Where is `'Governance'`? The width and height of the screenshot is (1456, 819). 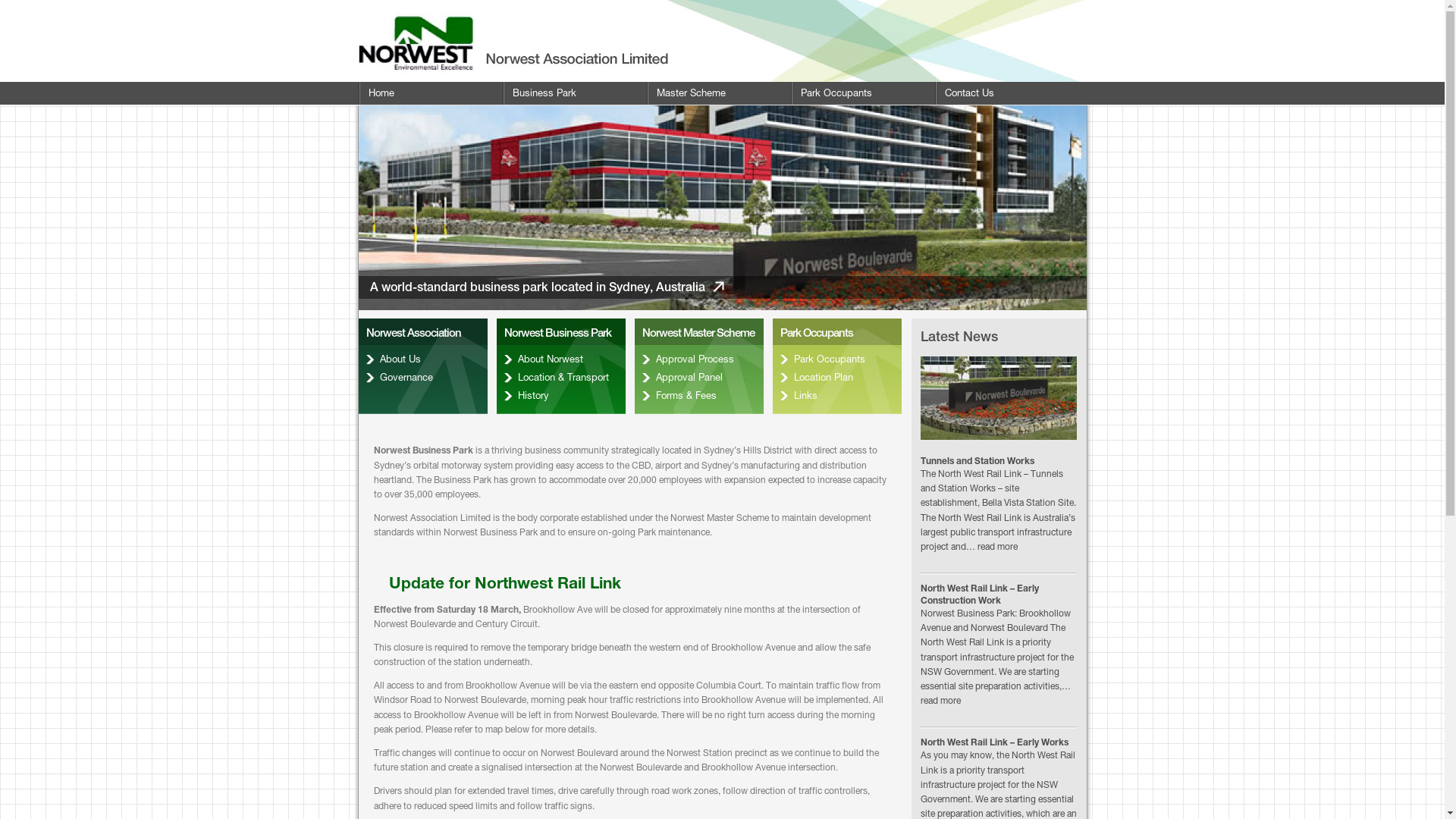
'Governance' is located at coordinates (422, 376).